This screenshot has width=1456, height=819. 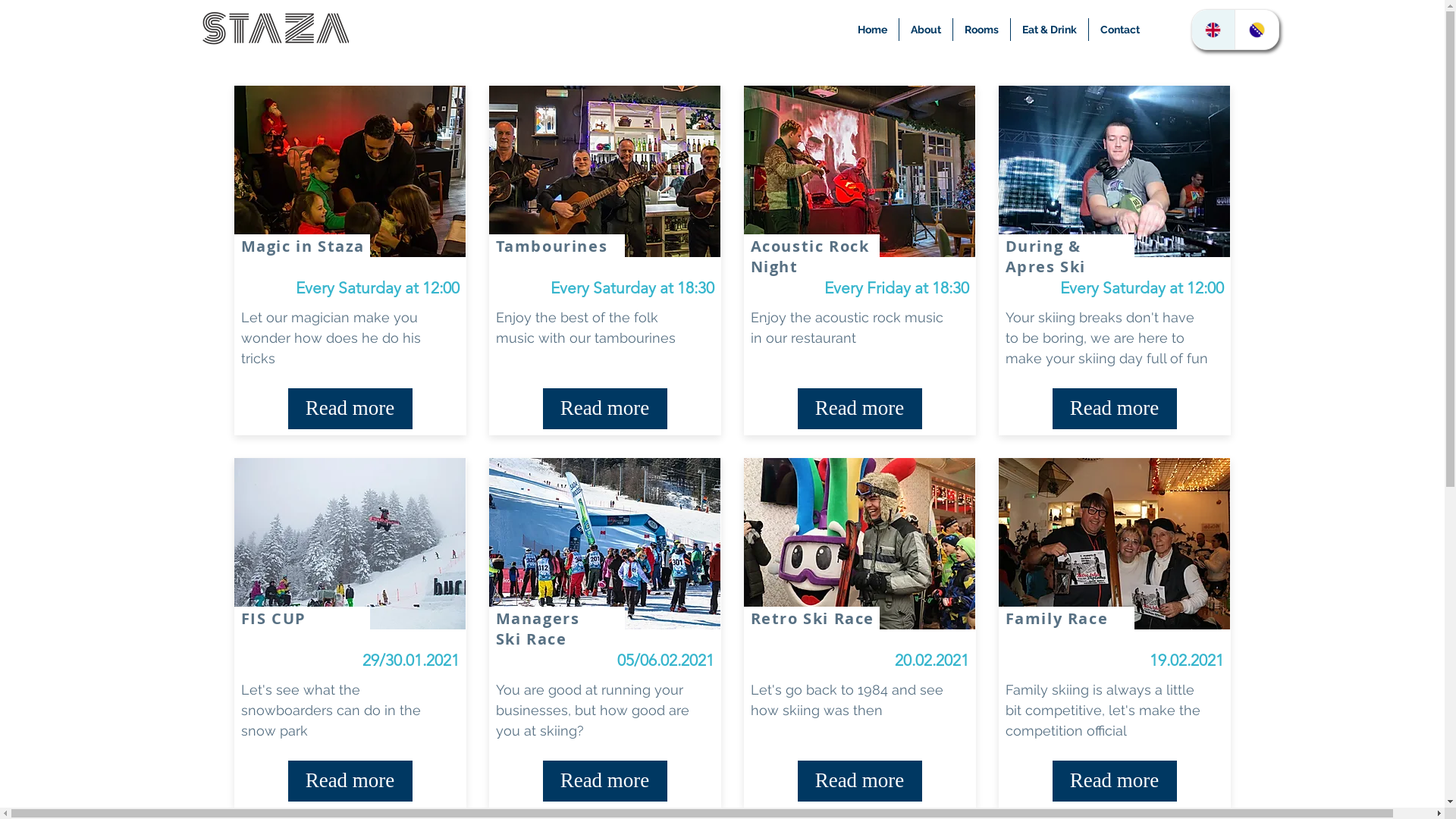 What do you see at coordinates (1120, 29) in the screenshot?
I see `'Contact'` at bounding box center [1120, 29].